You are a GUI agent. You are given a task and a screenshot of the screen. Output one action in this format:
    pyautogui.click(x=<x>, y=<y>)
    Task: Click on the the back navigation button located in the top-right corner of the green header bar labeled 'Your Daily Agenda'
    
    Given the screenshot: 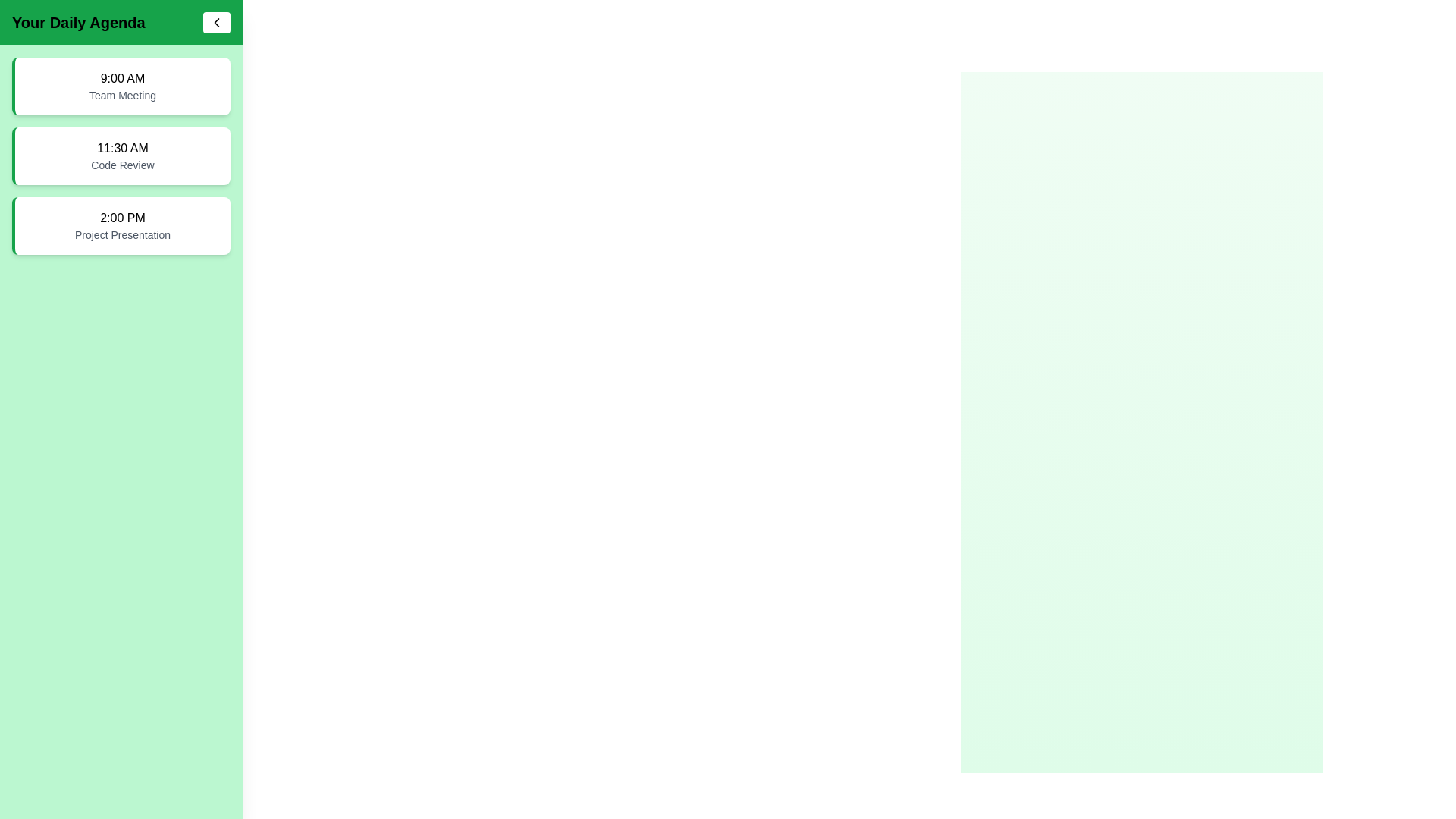 What is the action you would take?
    pyautogui.click(x=216, y=23)
    